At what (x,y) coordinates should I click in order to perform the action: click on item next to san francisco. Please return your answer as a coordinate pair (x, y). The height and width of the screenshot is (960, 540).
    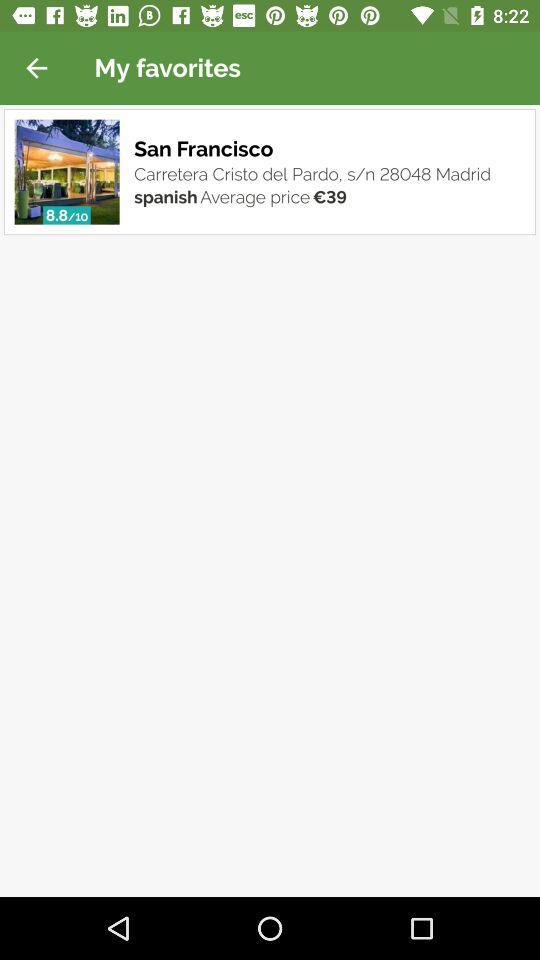
    Looking at the image, I should click on (67, 171).